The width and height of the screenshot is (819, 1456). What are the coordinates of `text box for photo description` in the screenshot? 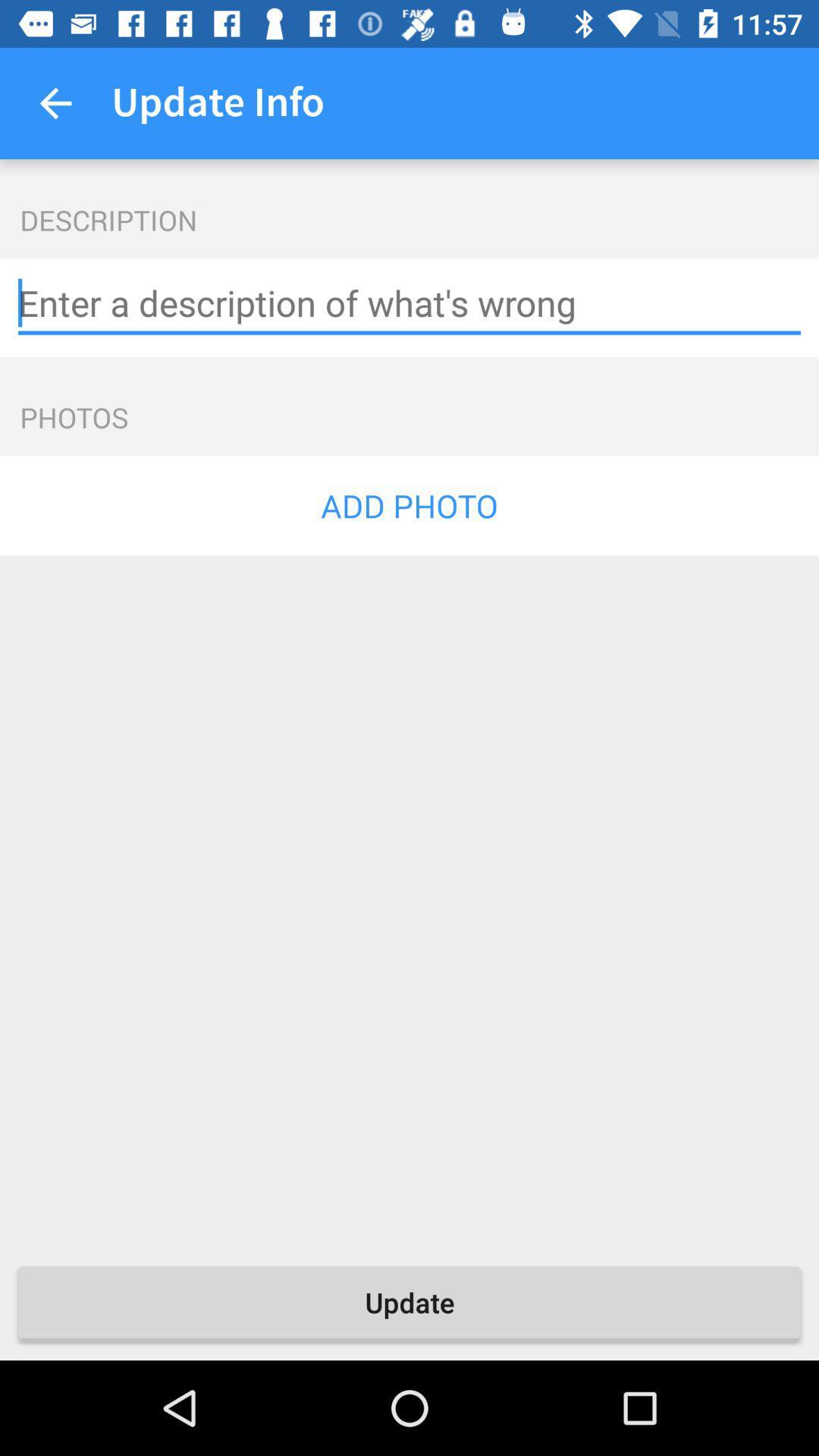 It's located at (409, 303).